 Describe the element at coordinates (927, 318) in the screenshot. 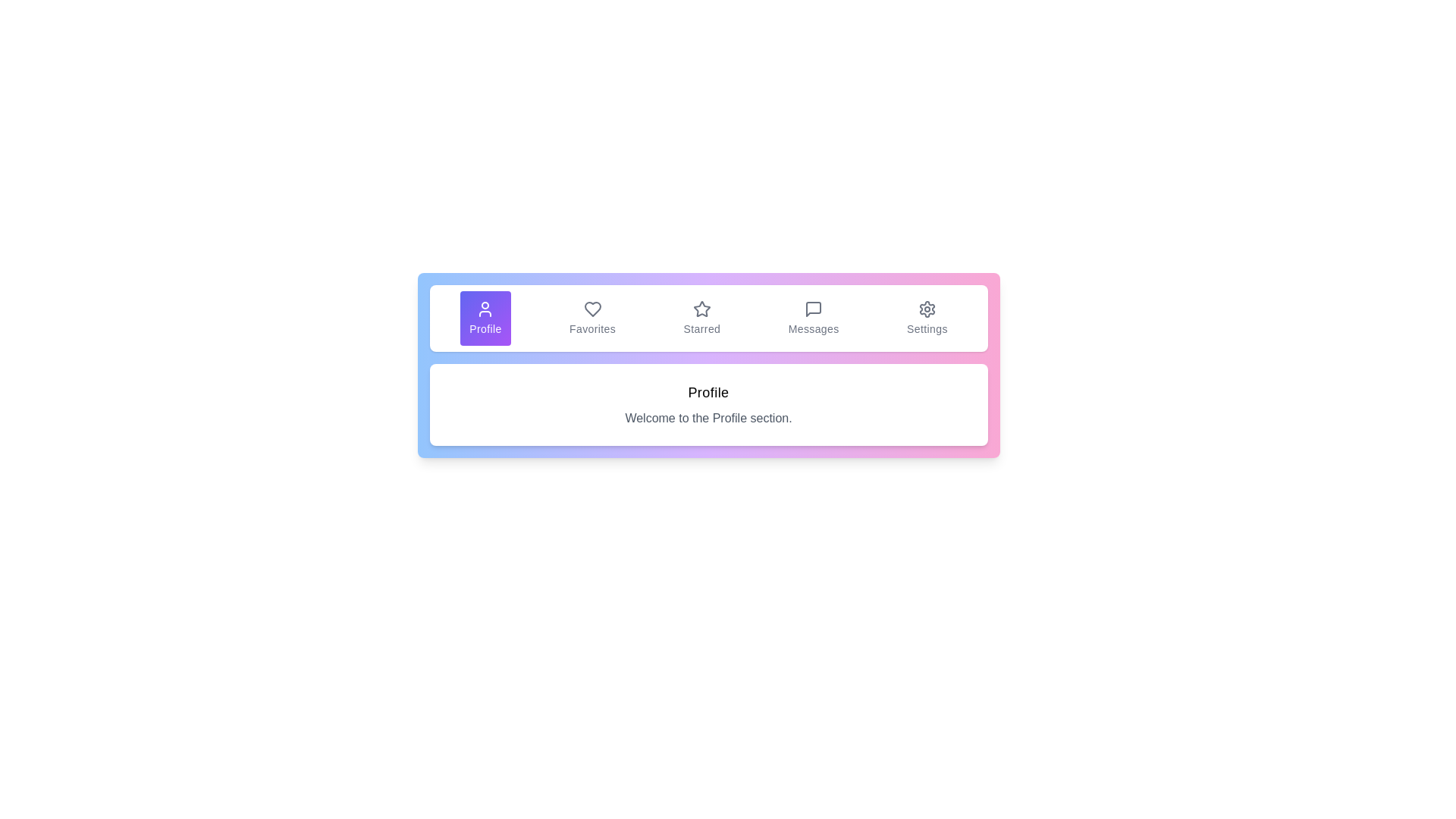

I see `the tab labeled Settings` at that location.